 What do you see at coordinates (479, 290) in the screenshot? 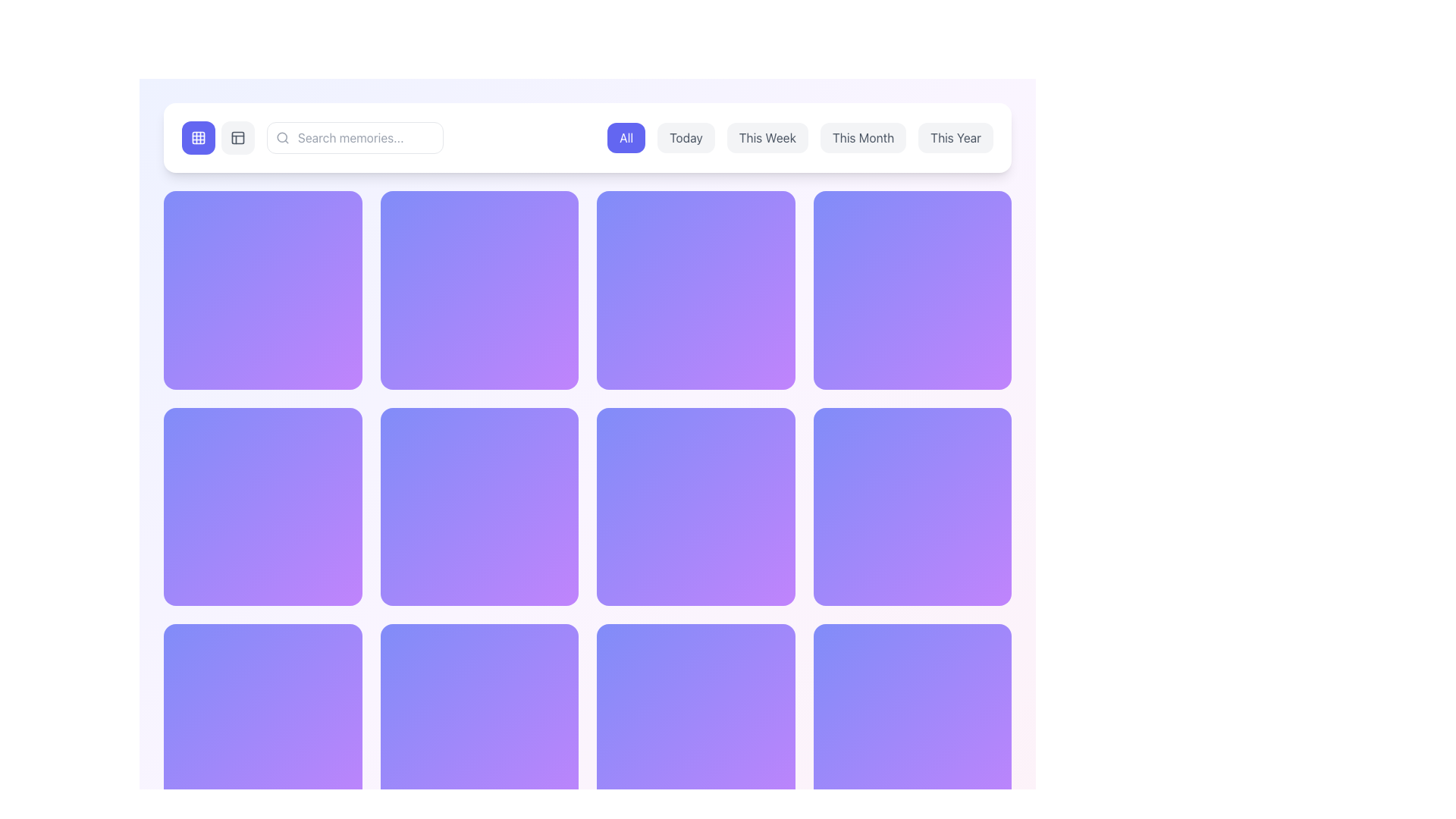
I see `the date card or memory block` at bounding box center [479, 290].